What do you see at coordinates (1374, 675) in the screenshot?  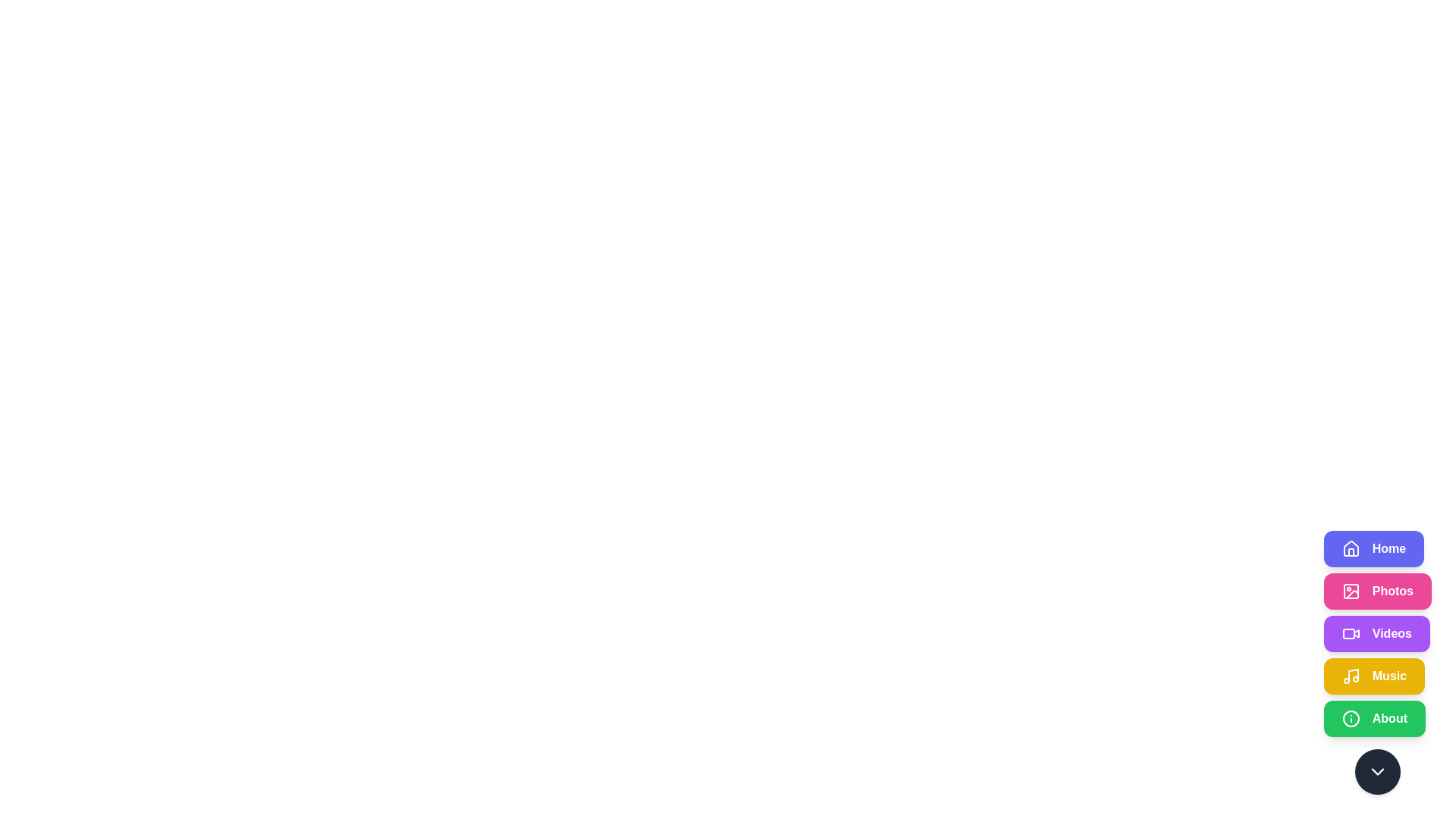 I see `the Music button to observe its hover effect` at bounding box center [1374, 675].